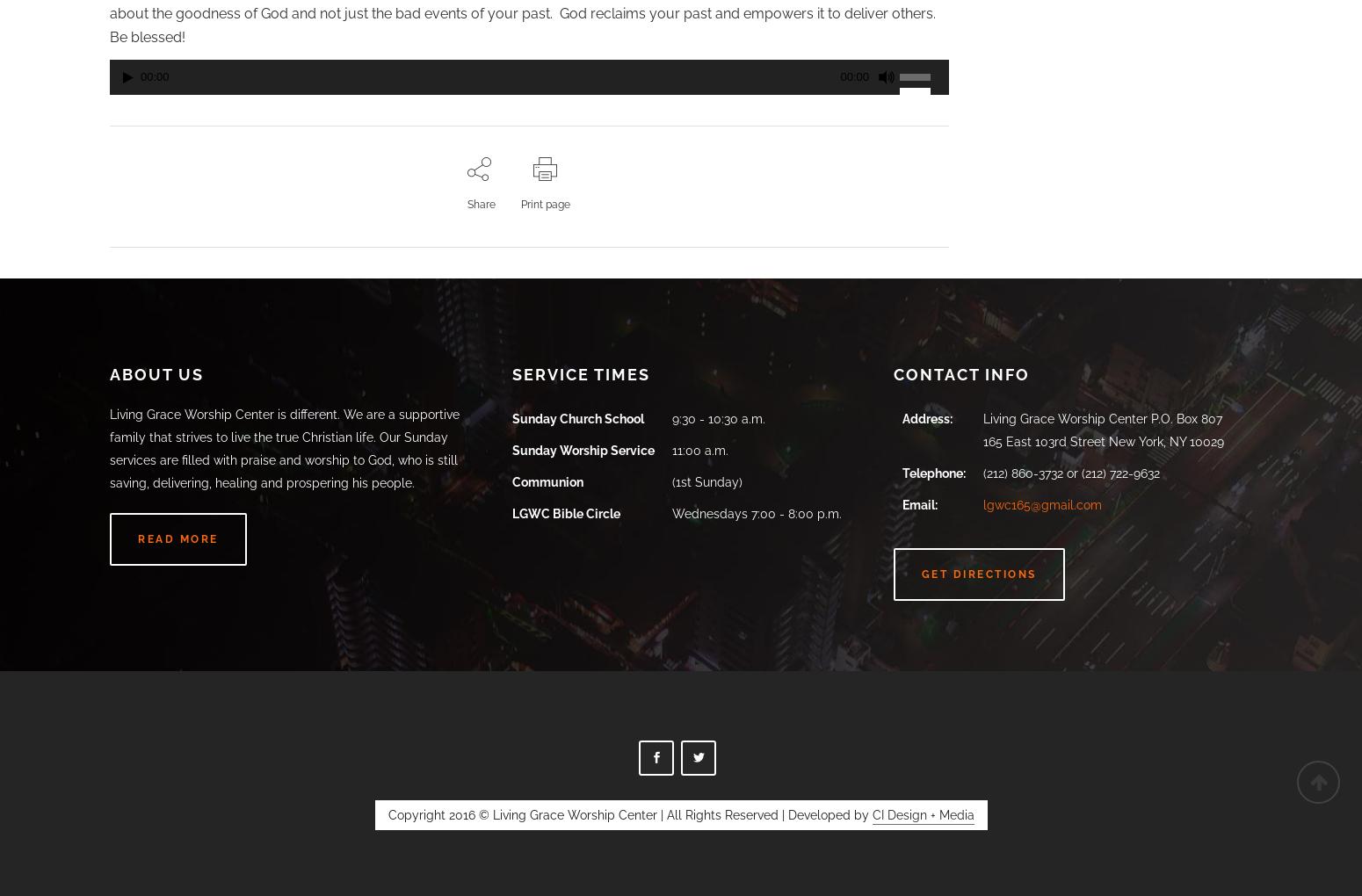 Image resolution: width=1362 pixels, height=896 pixels. What do you see at coordinates (583, 449) in the screenshot?
I see `'Sunday Worship Service'` at bounding box center [583, 449].